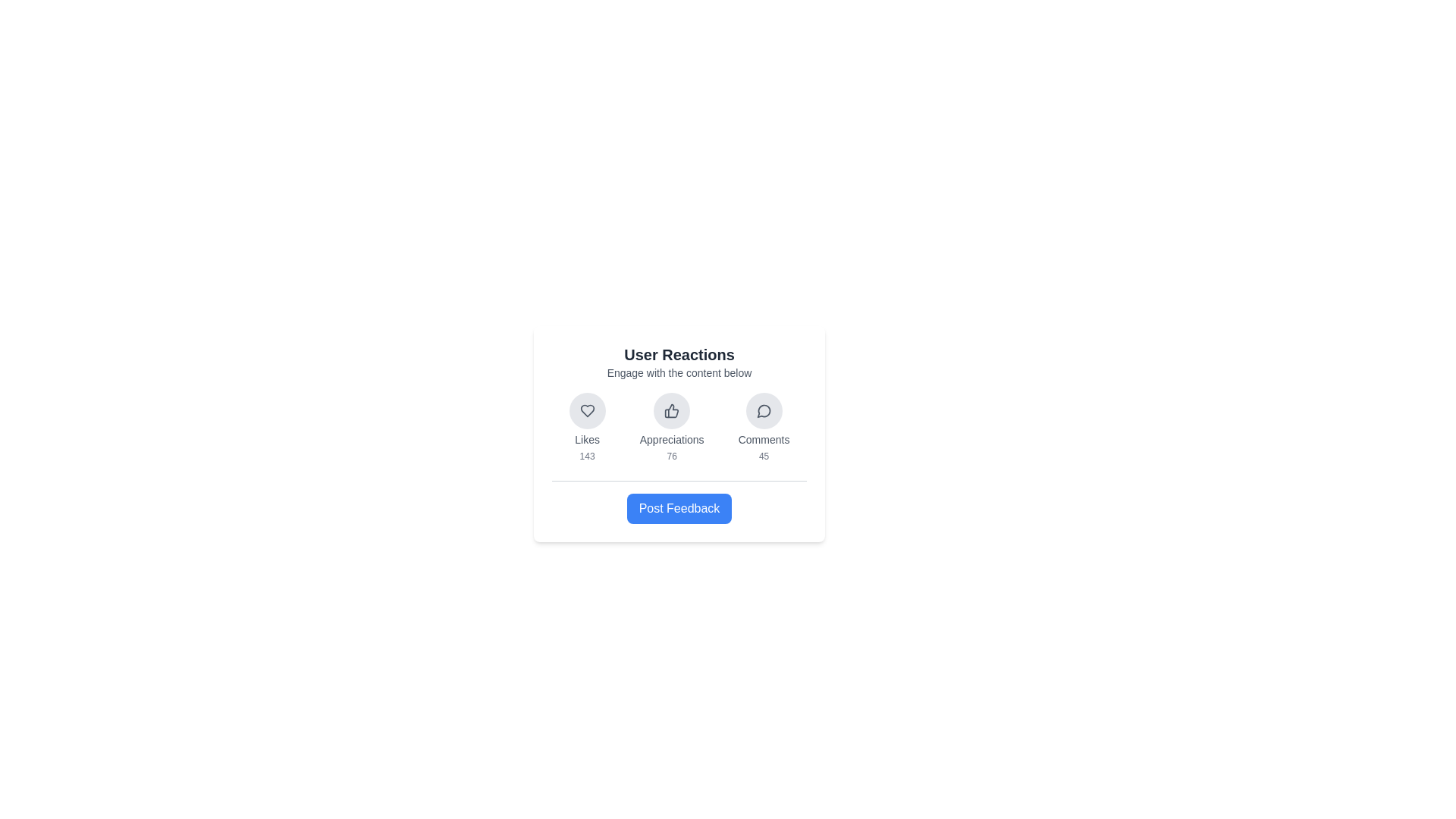 The image size is (1456, 819). Describe the element at coordinates (679, 480) in the screenshot. I see `the horizontal line that serves as a visual divider between the reaction statistics and the call-to-action section in the card layout` at that location.